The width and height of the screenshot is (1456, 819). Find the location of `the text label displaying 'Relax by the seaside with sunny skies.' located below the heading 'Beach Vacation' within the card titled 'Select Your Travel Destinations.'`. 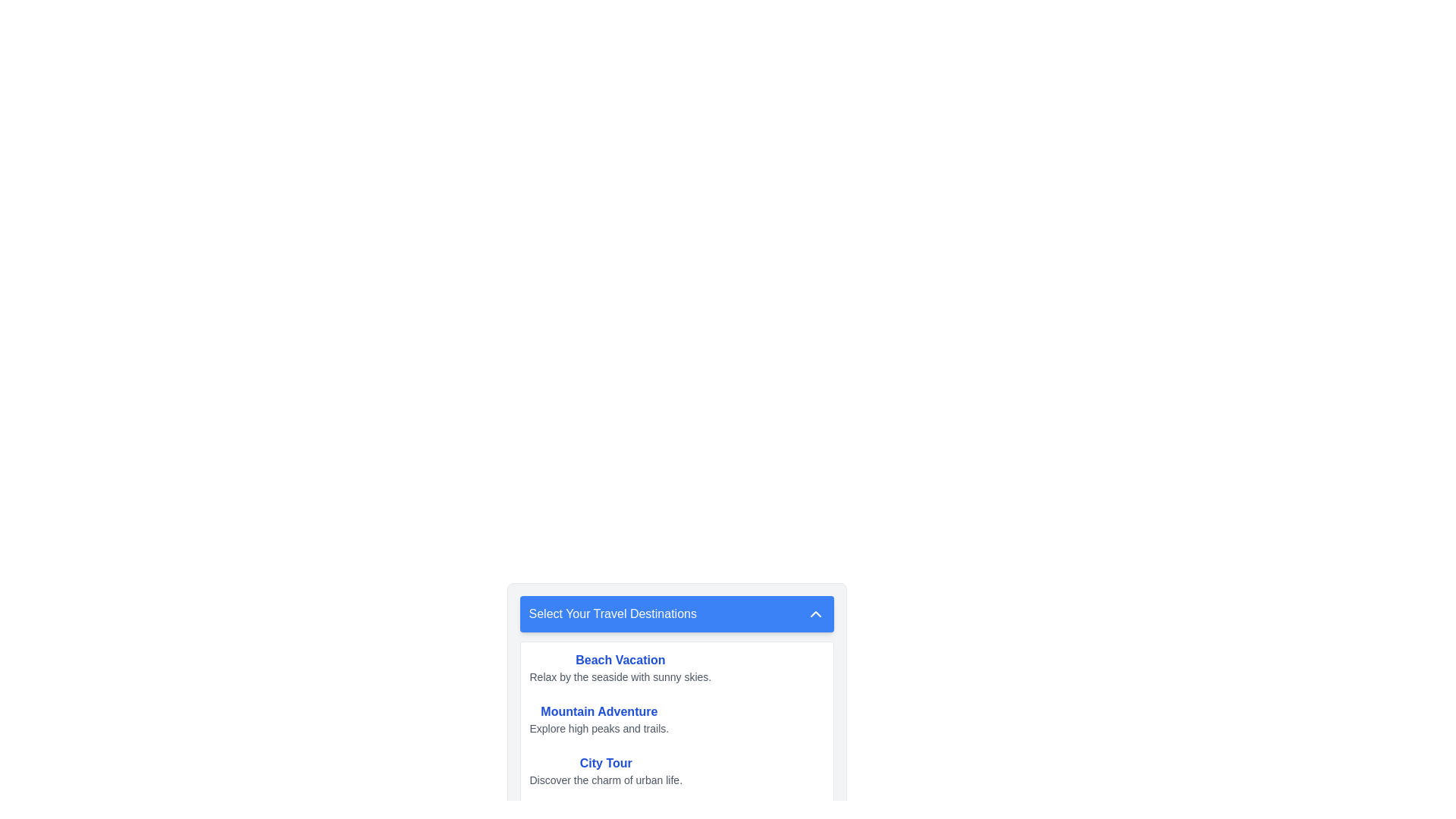

the text label displaying 'Relax by the seaside with sunny skies.' located below the heading 'Beach Vacation' within the card titled 'Select Your Travel Destinations.' is located at coordinates (620, 676).